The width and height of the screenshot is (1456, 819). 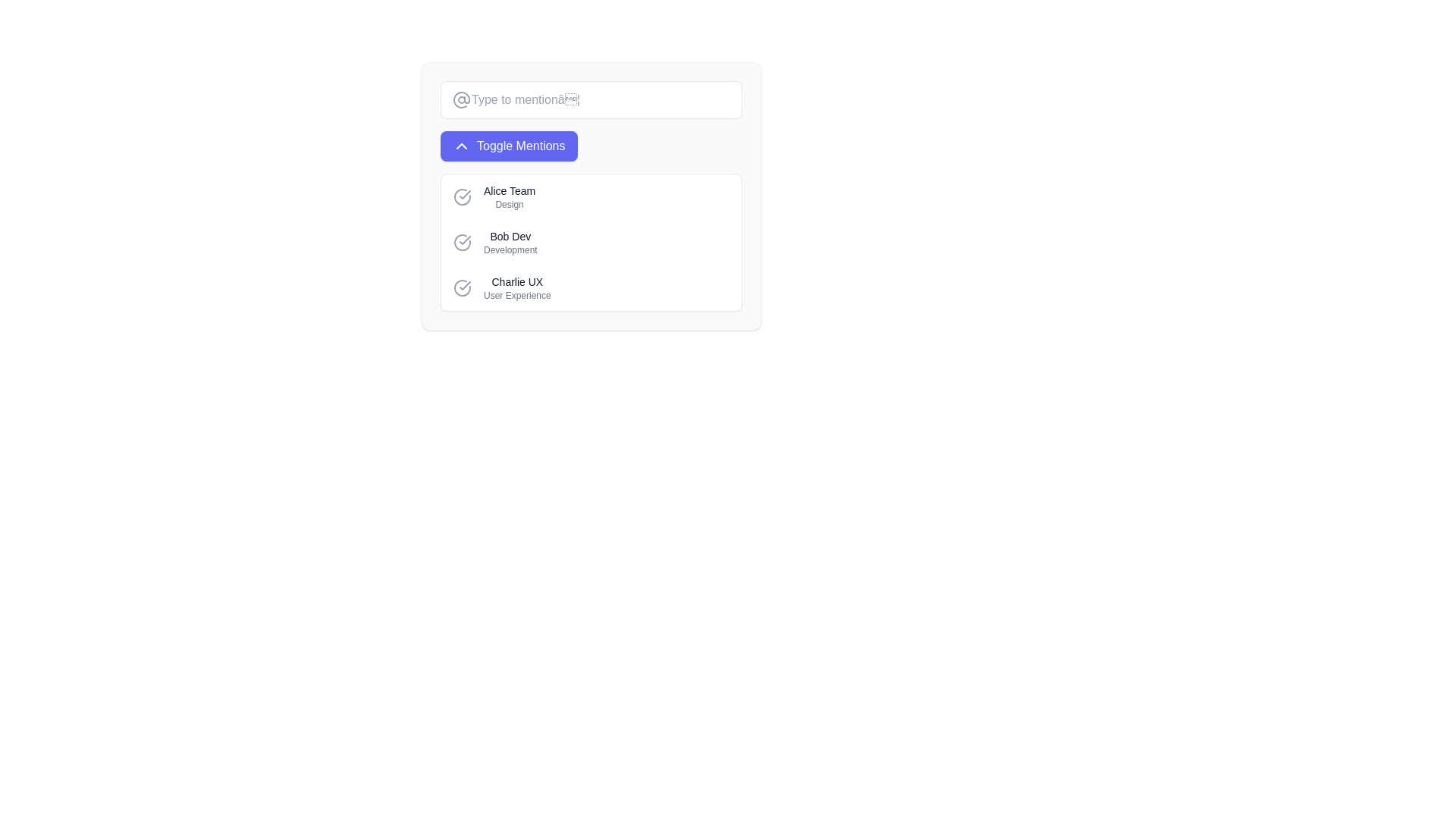 I want to click on the checkmark icon representing a successful action, located in the second row of the dropdown for 'Bob Dev', so click(x=464, y=239).